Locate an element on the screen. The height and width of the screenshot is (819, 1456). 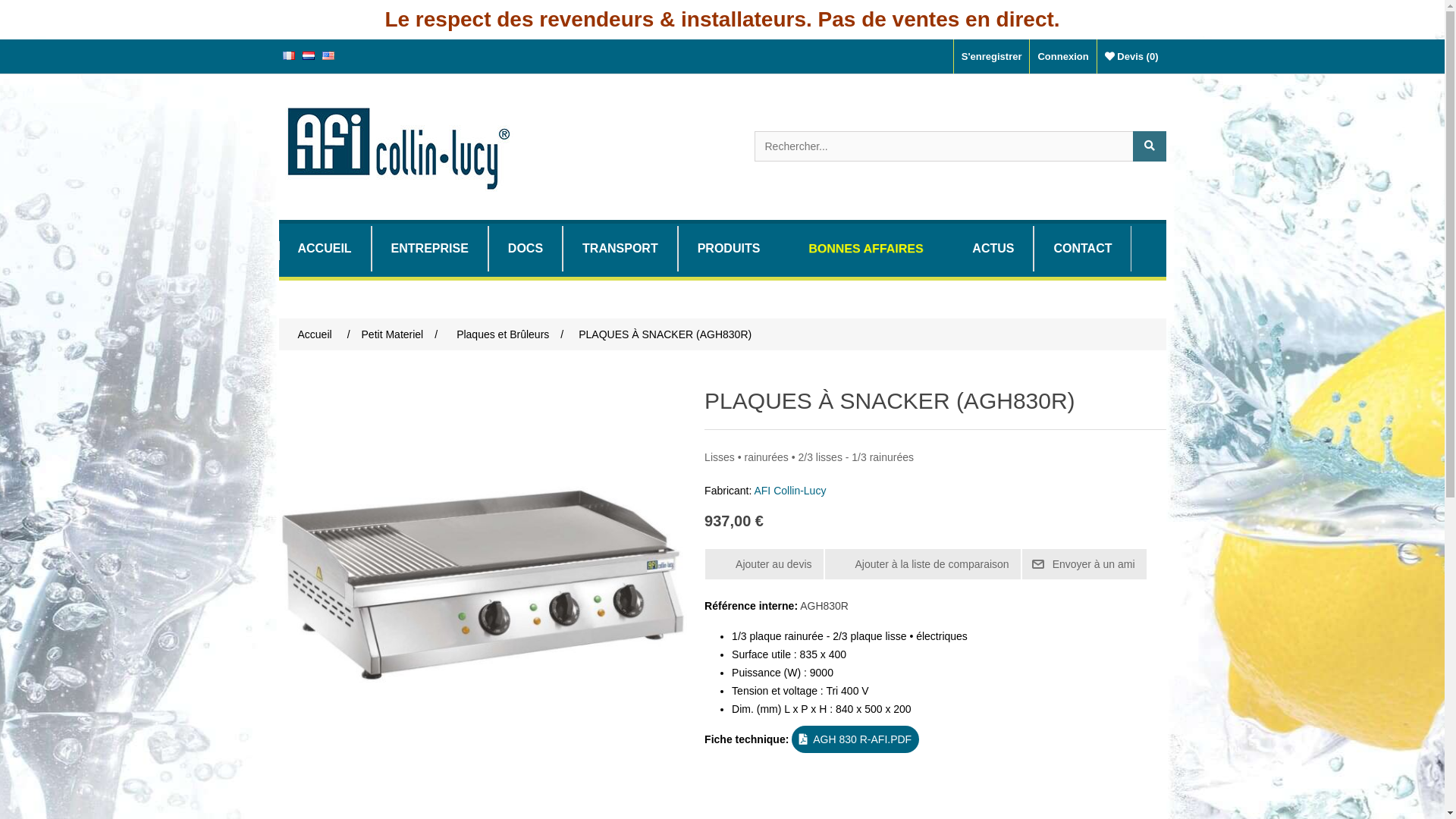
'English' is located at coordinates (320, 55).